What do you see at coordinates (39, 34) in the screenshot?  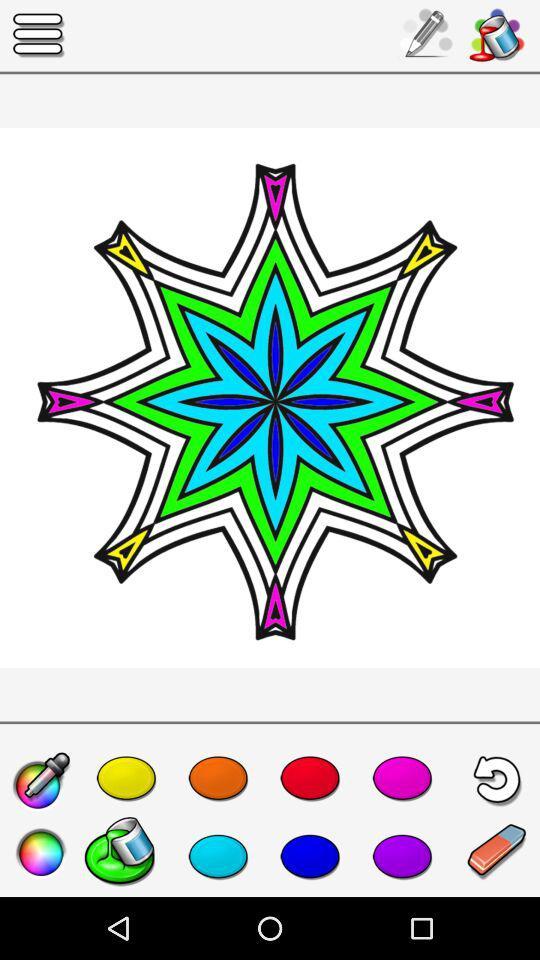 I see `the menu icon` at bounding box center [39, 34].